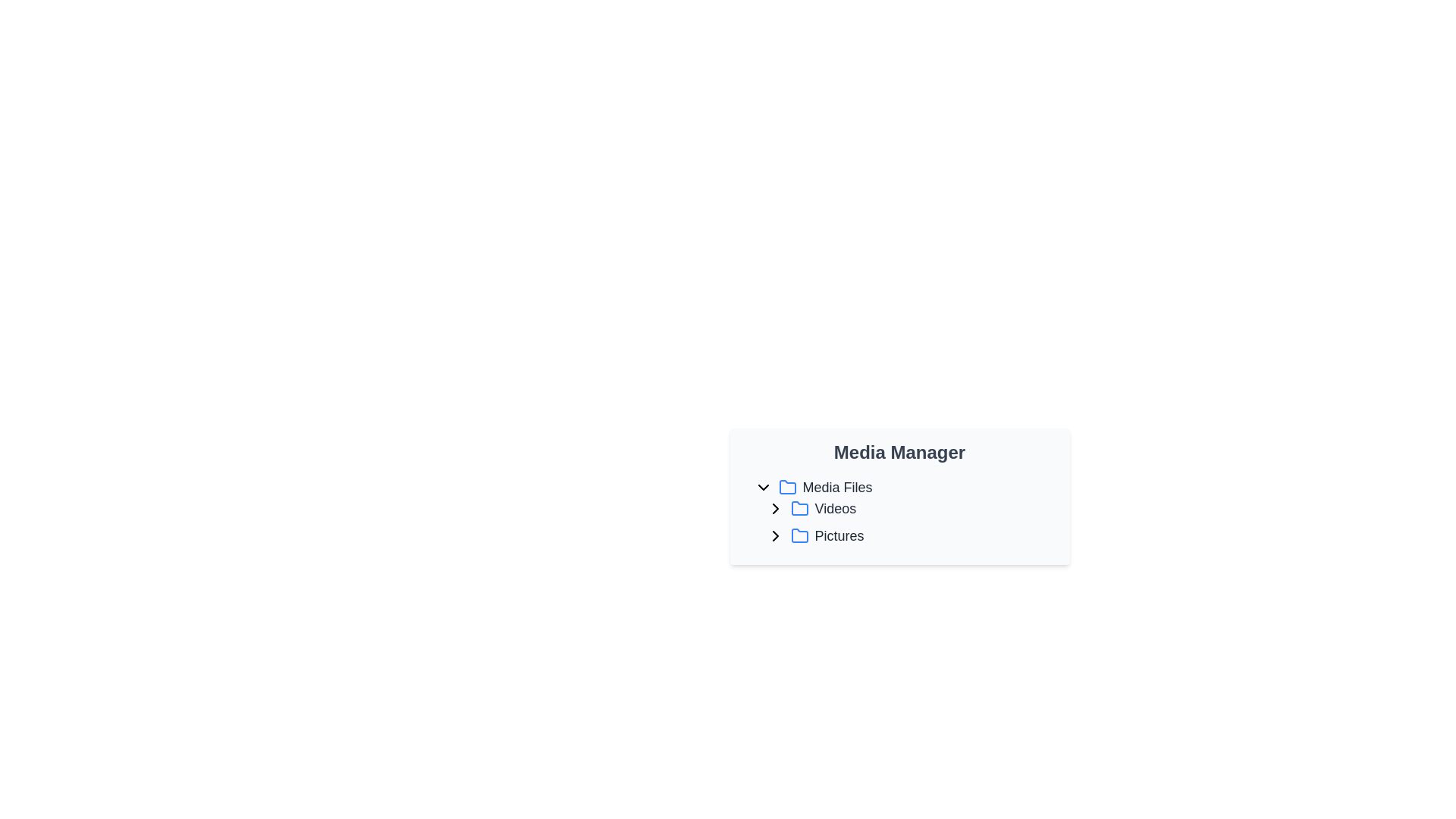  I want to click on the folder icon representing the 'Media Files' within the 'Media Manager', located between the collapse/expand icon and the text 'Media Files', so click(787, 488).